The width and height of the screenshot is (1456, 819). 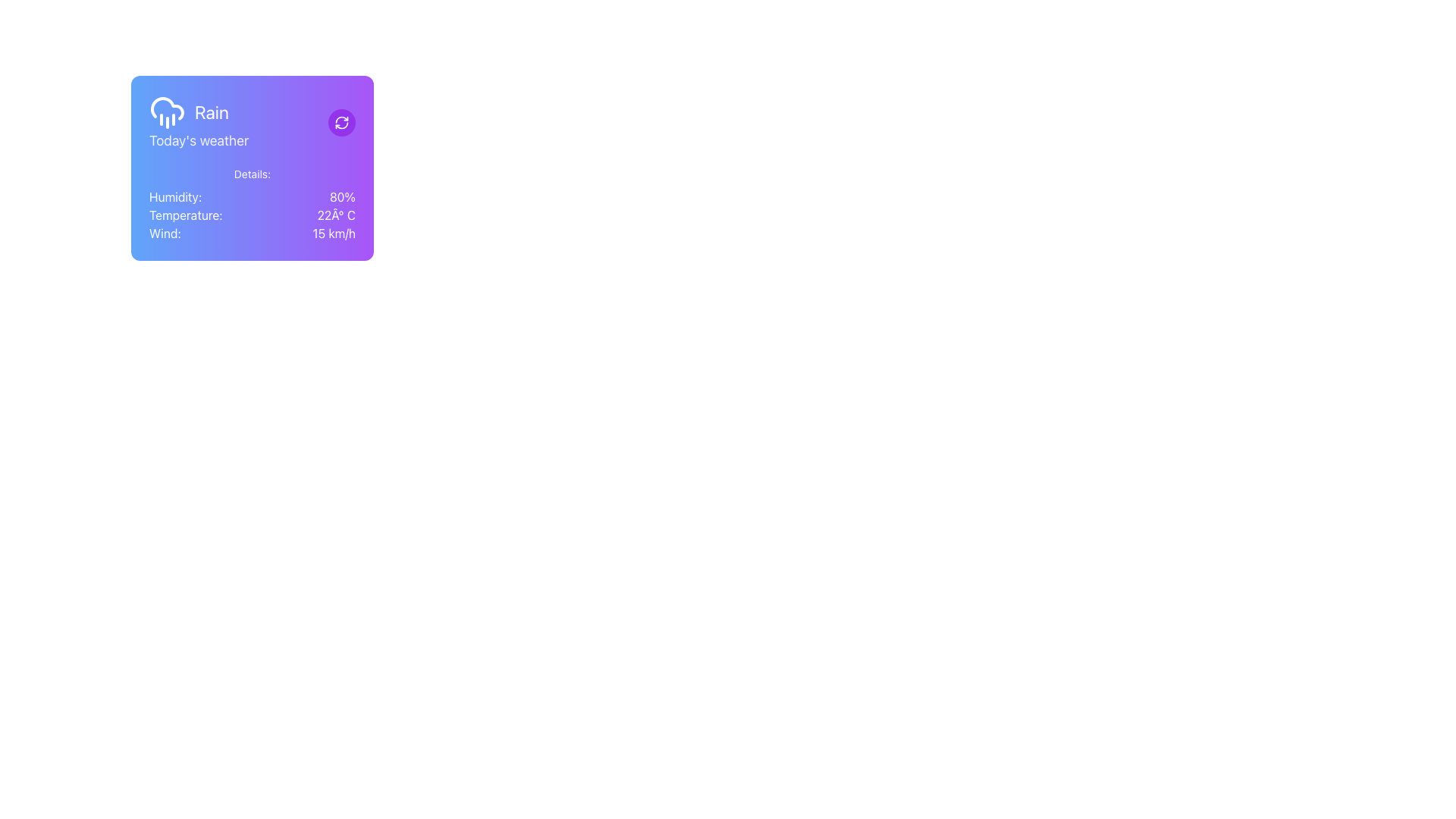 I want to click on the Text Label element displaying the text 'Today's weather', which is styled with a light gray font color on a gradient background and is located directly below the text 'Rain' within a card component, so click(x=198, y=140).